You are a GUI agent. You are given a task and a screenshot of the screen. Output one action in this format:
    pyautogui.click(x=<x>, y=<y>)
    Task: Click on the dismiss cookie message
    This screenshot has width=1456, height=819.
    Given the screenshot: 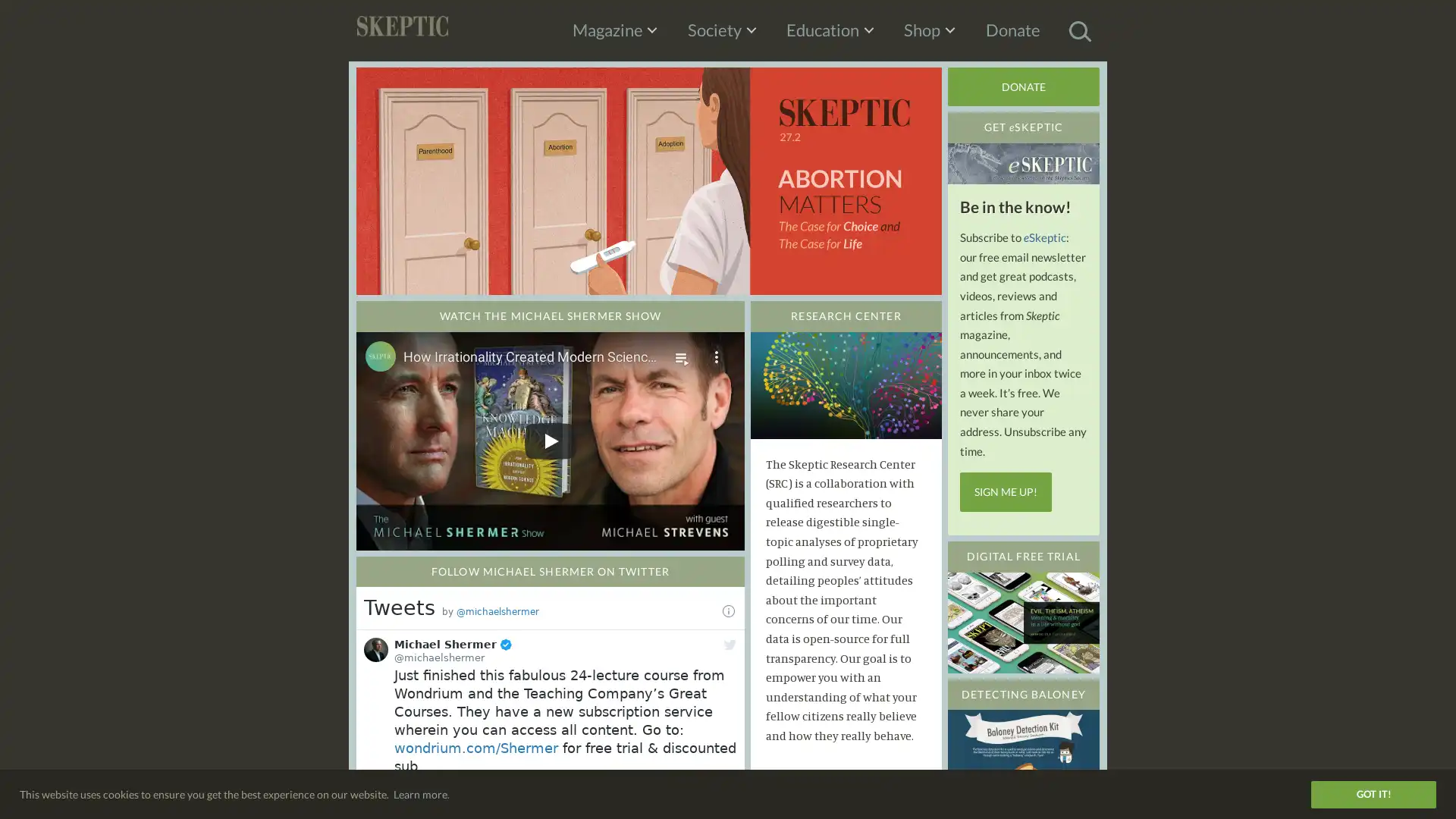 What is the action you would take?
    pyautogui.click(x=1373, y=792)
    